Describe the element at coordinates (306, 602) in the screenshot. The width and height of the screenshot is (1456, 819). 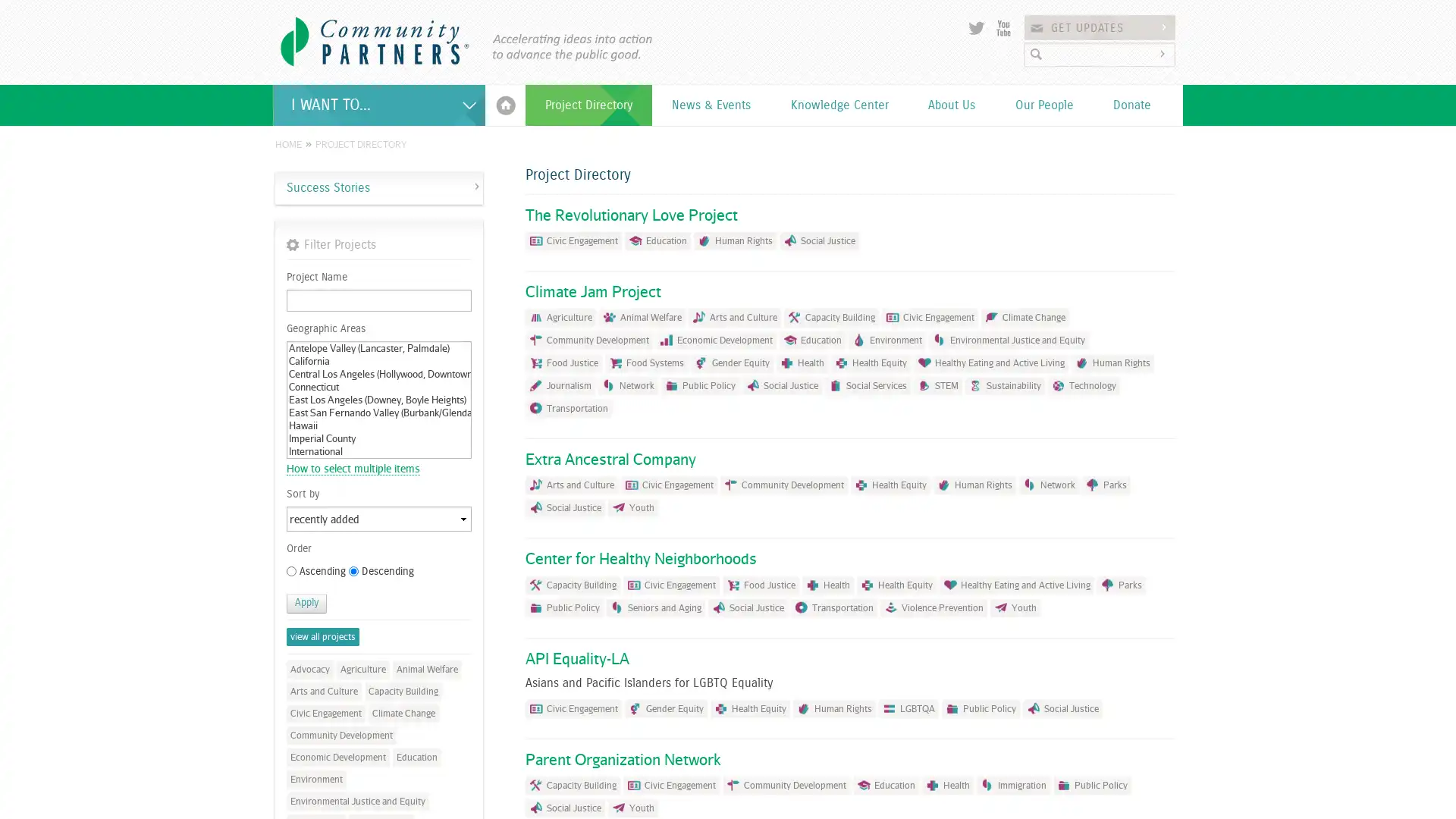
I see `Apply` at that location.